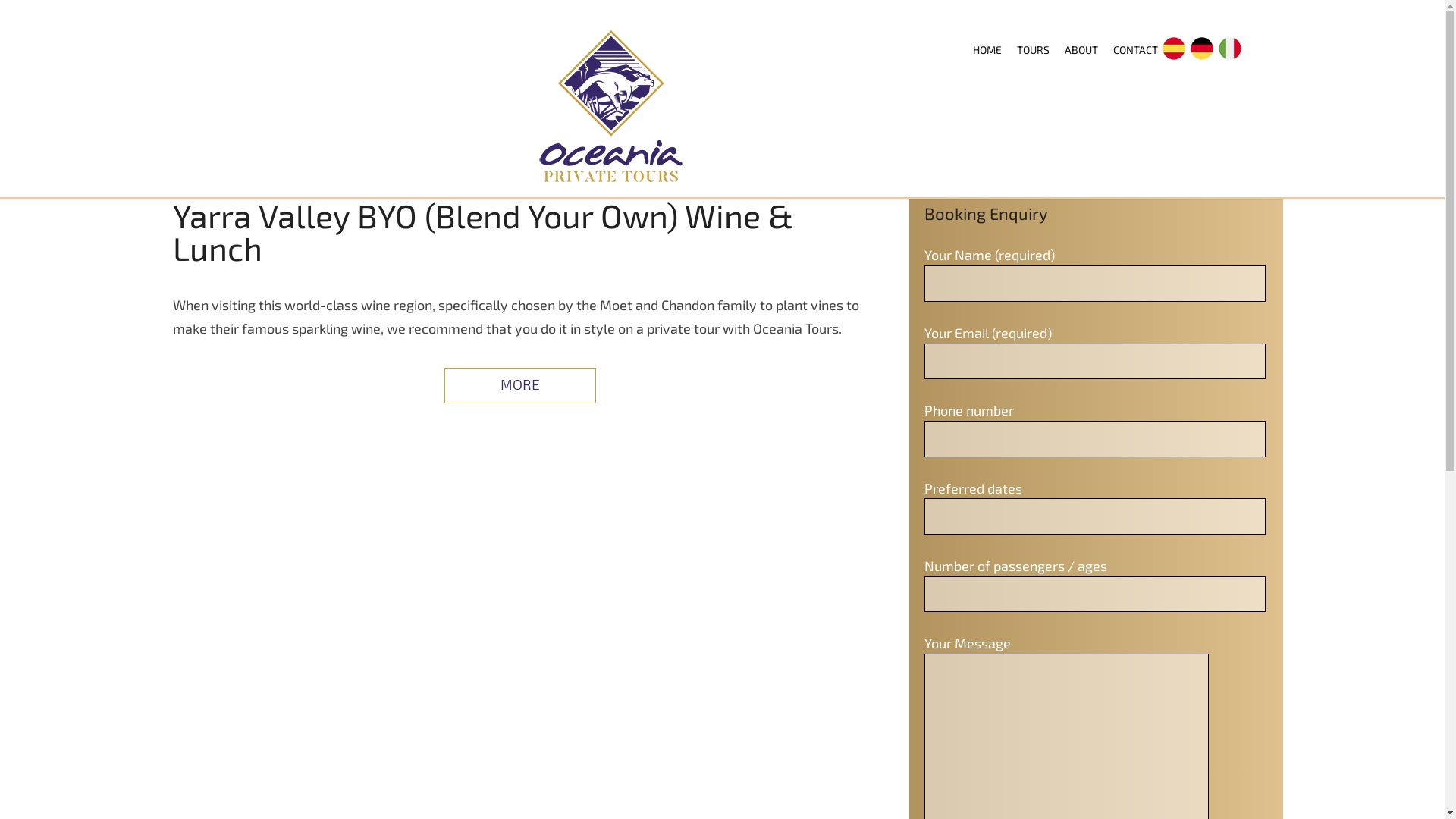 This screenshot has height=819, width=1456. Describe the element at coordinates (979, 49) in the screenshot. I see `'HOME'` at that location.